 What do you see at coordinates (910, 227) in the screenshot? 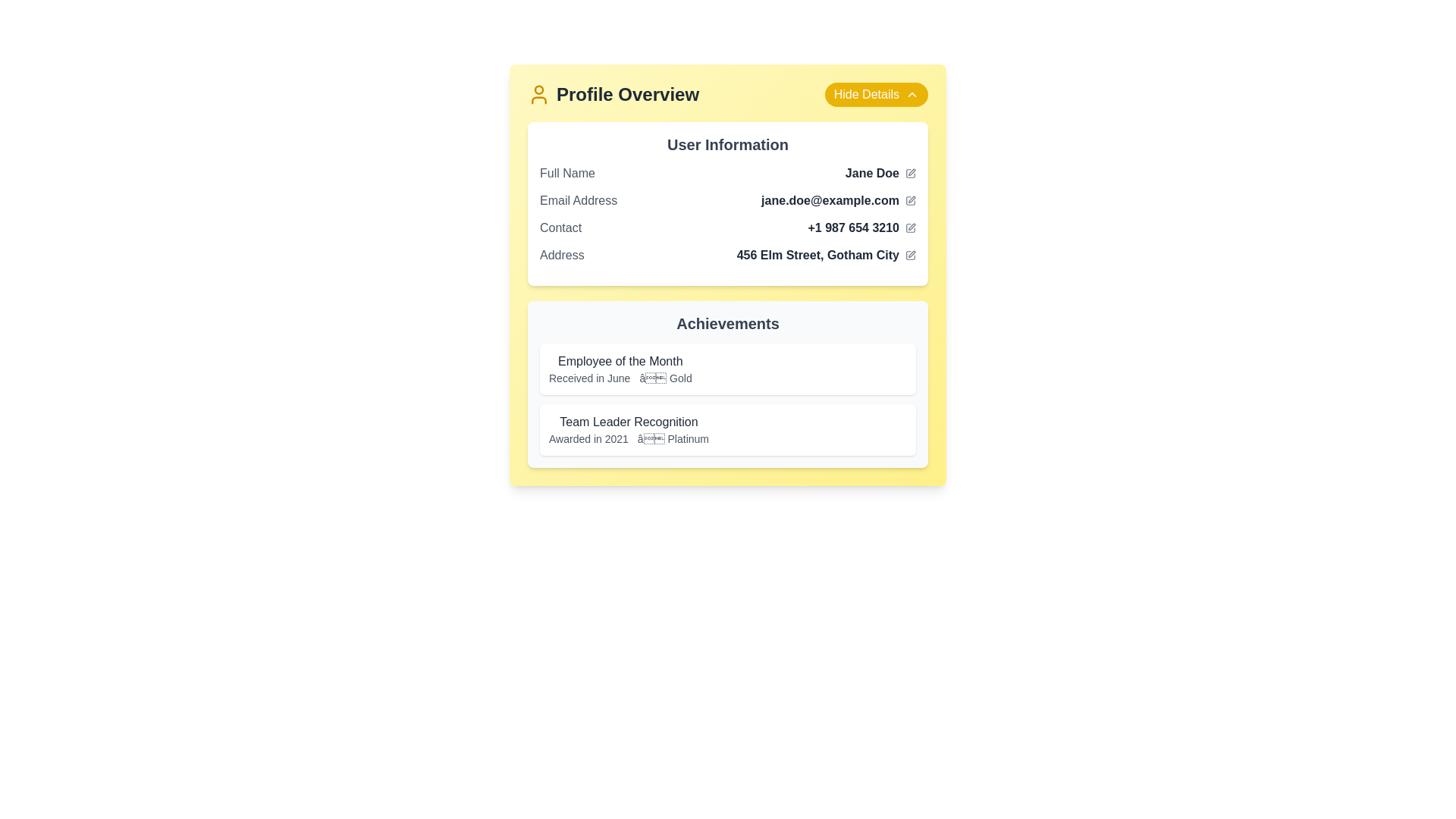
I see `the Edit Icon Button, which is a pen icon within a square outline located next to the phone number '+1 987 654 3210' in the 'Contact' field of the 'User Information' section` at bounding box center [910, 227].